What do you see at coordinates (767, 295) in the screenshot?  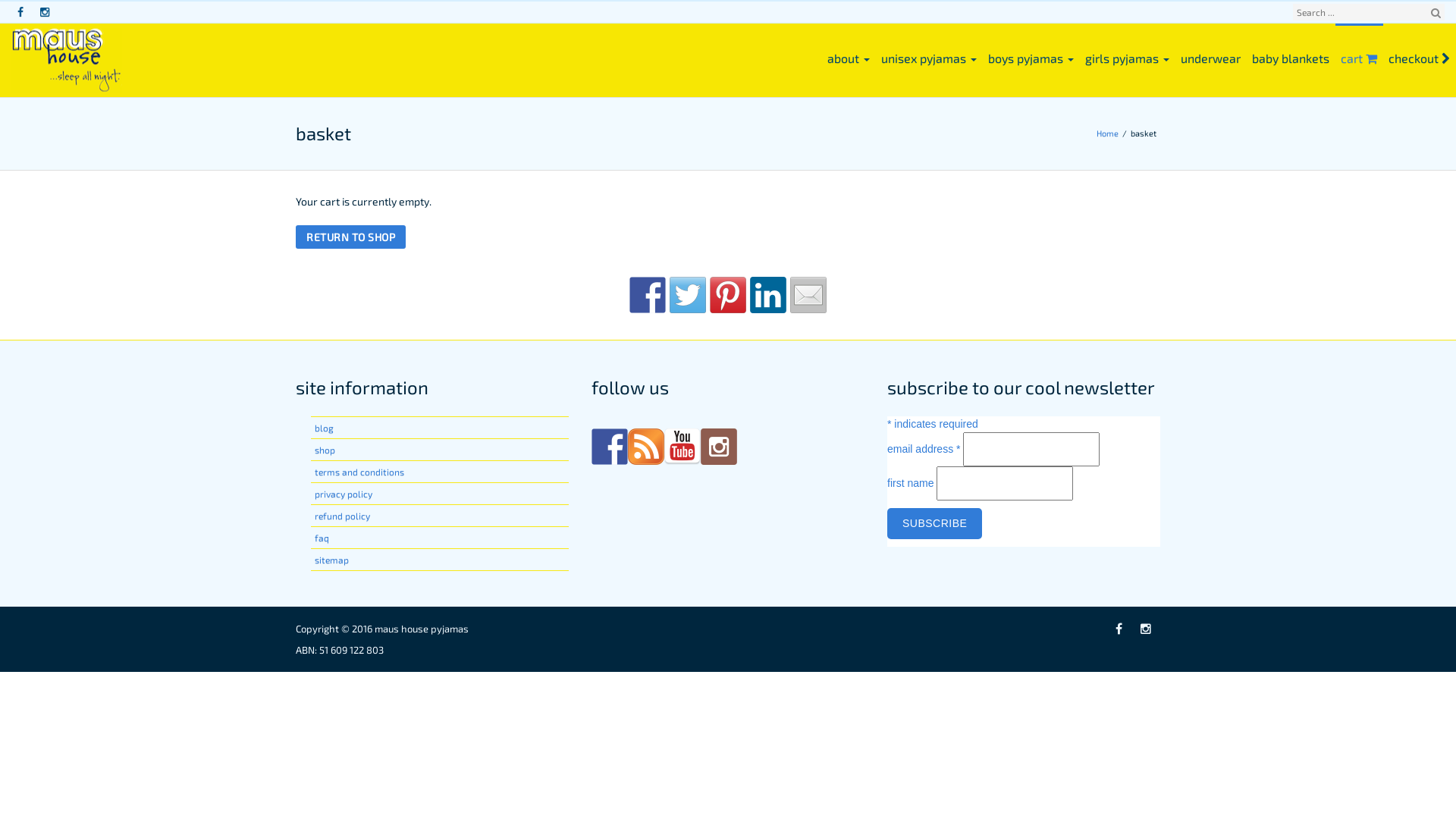 I see `'Share on Linkedin'` at bounding box center [767, 295].